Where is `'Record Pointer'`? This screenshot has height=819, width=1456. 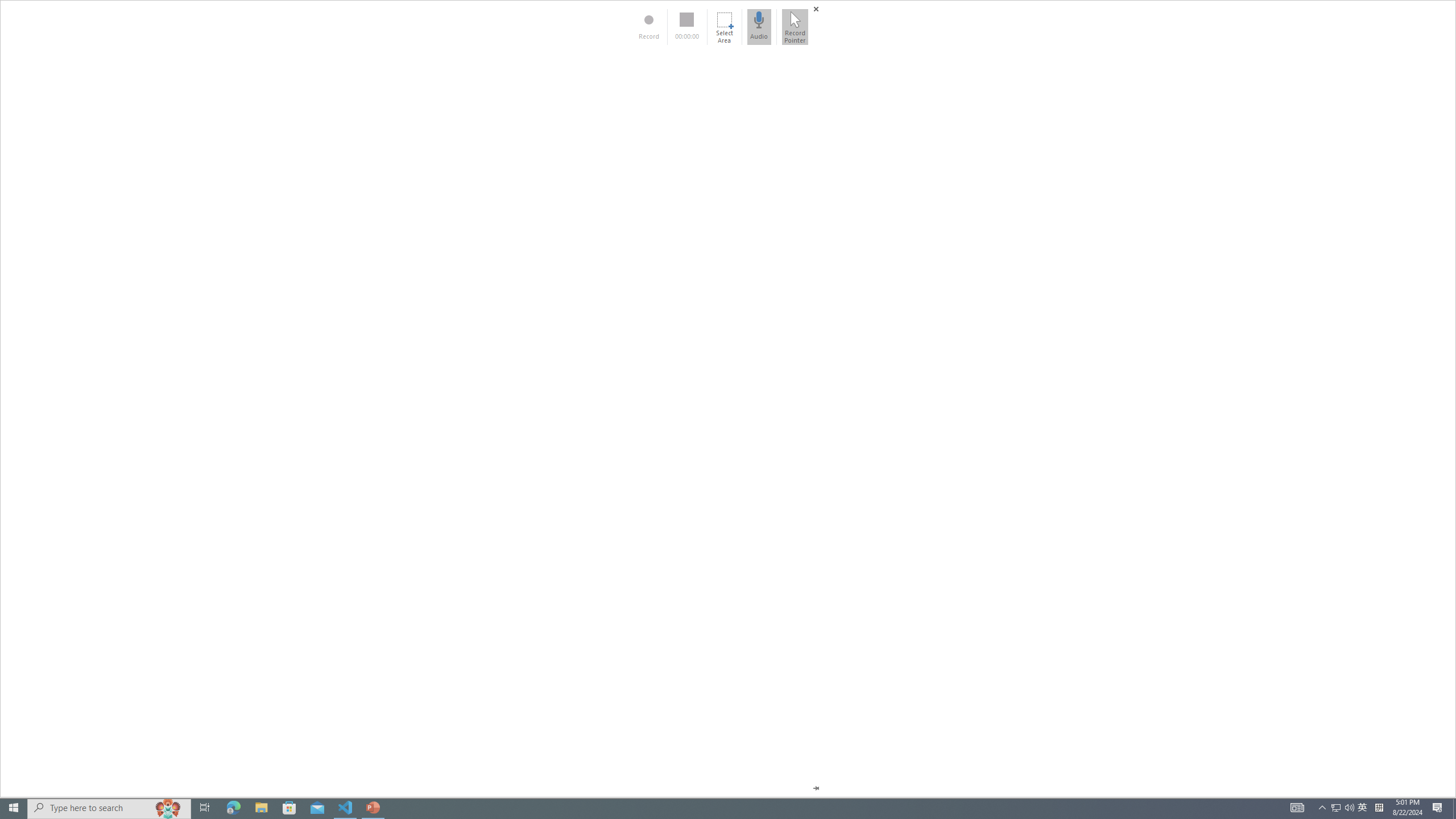
'Record Pointer' is located at coordinates (795, 26).